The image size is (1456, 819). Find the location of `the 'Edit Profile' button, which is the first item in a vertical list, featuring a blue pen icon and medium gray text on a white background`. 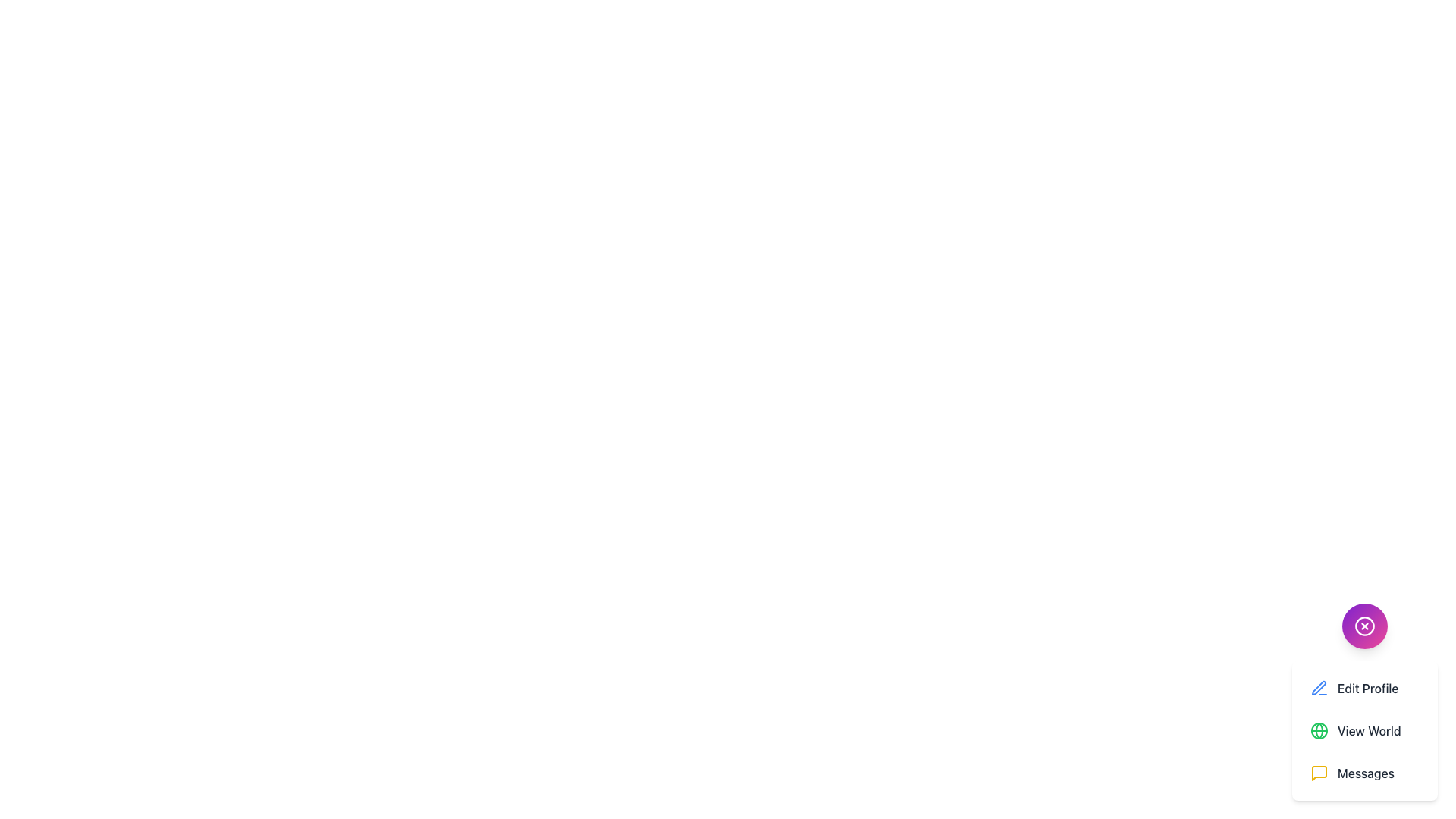

the 'Edit Profile' button, which is the first item in a vertical list, featuring a blue pen icon and medium gray text on a white background is located at coordinates (1365, 688).